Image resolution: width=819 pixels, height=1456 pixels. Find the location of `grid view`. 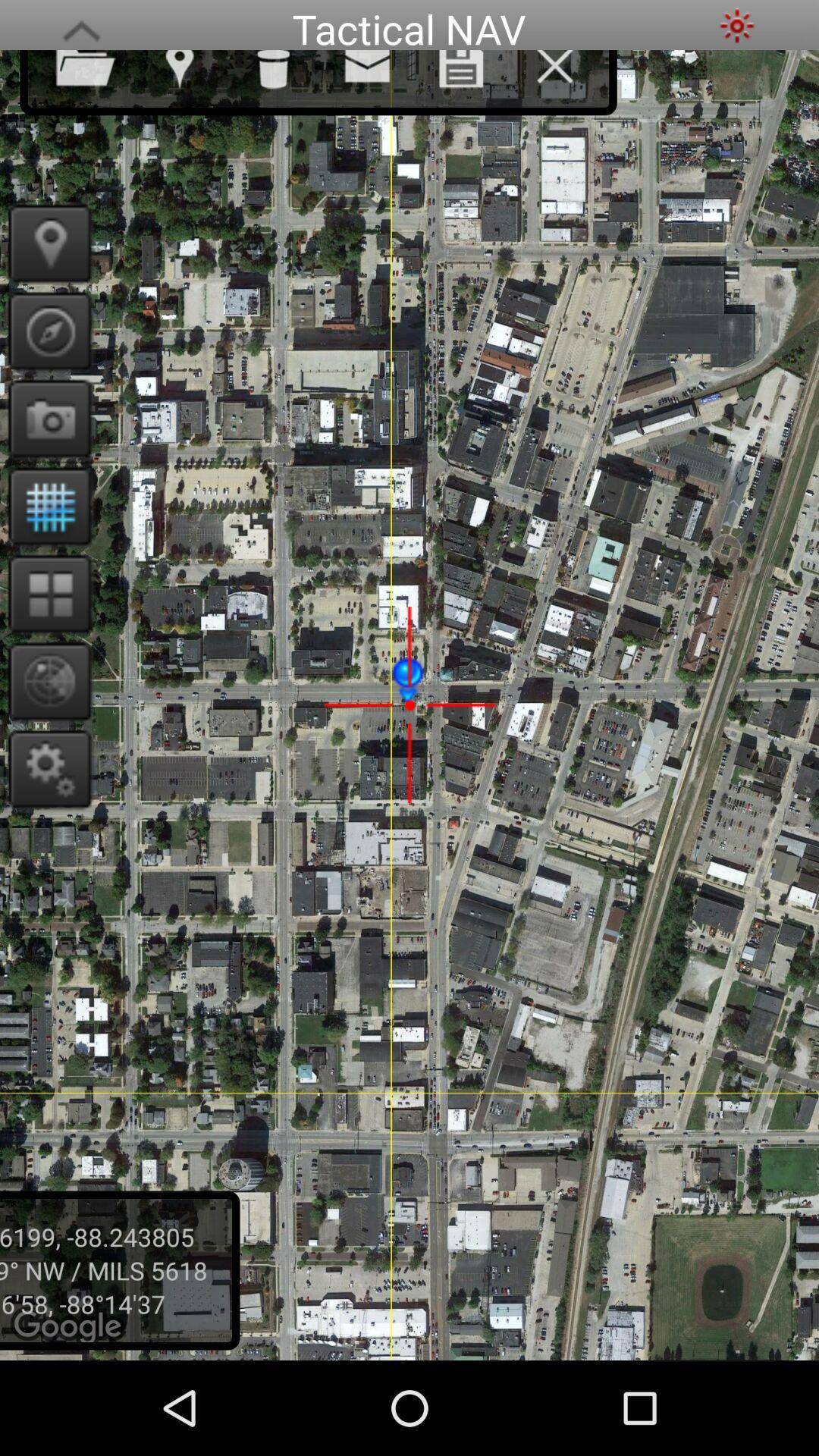

grid view is located at coordinates (44, 592).